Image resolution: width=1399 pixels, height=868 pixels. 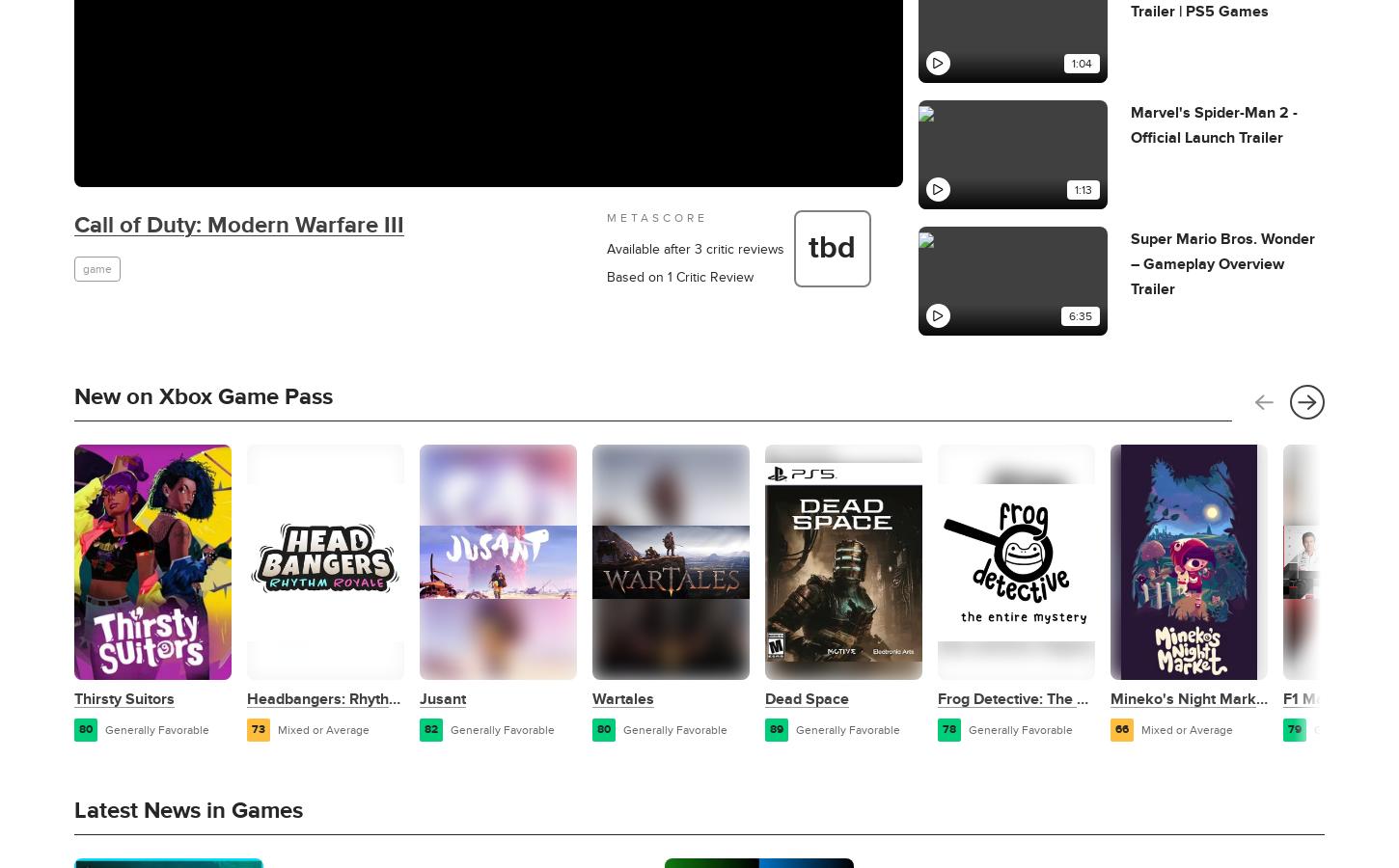 I want to click on '78', so click(x=948, y=728).